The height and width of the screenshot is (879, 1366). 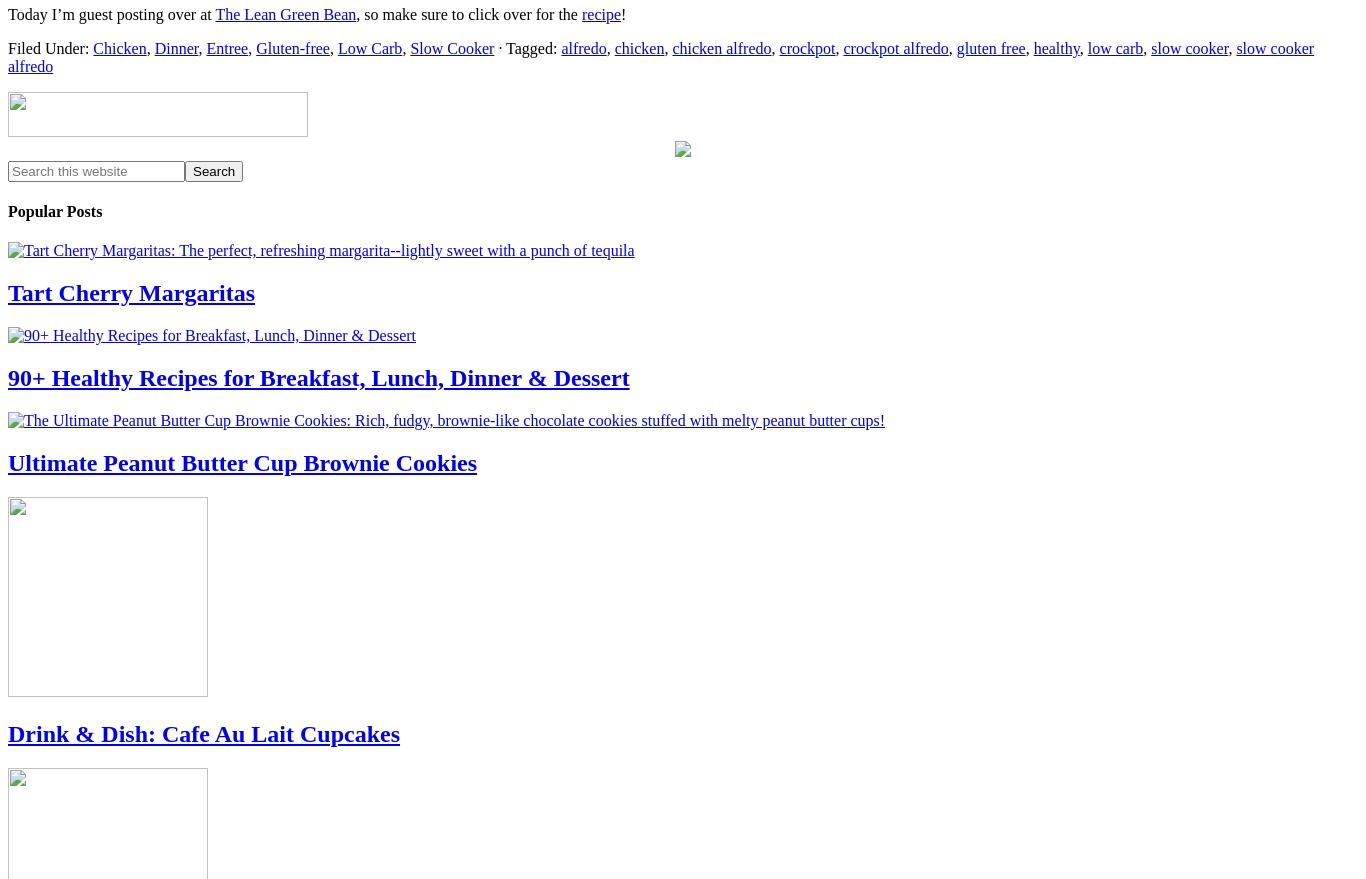 I want to click on 'low carb', so click(x=1114, y=47).